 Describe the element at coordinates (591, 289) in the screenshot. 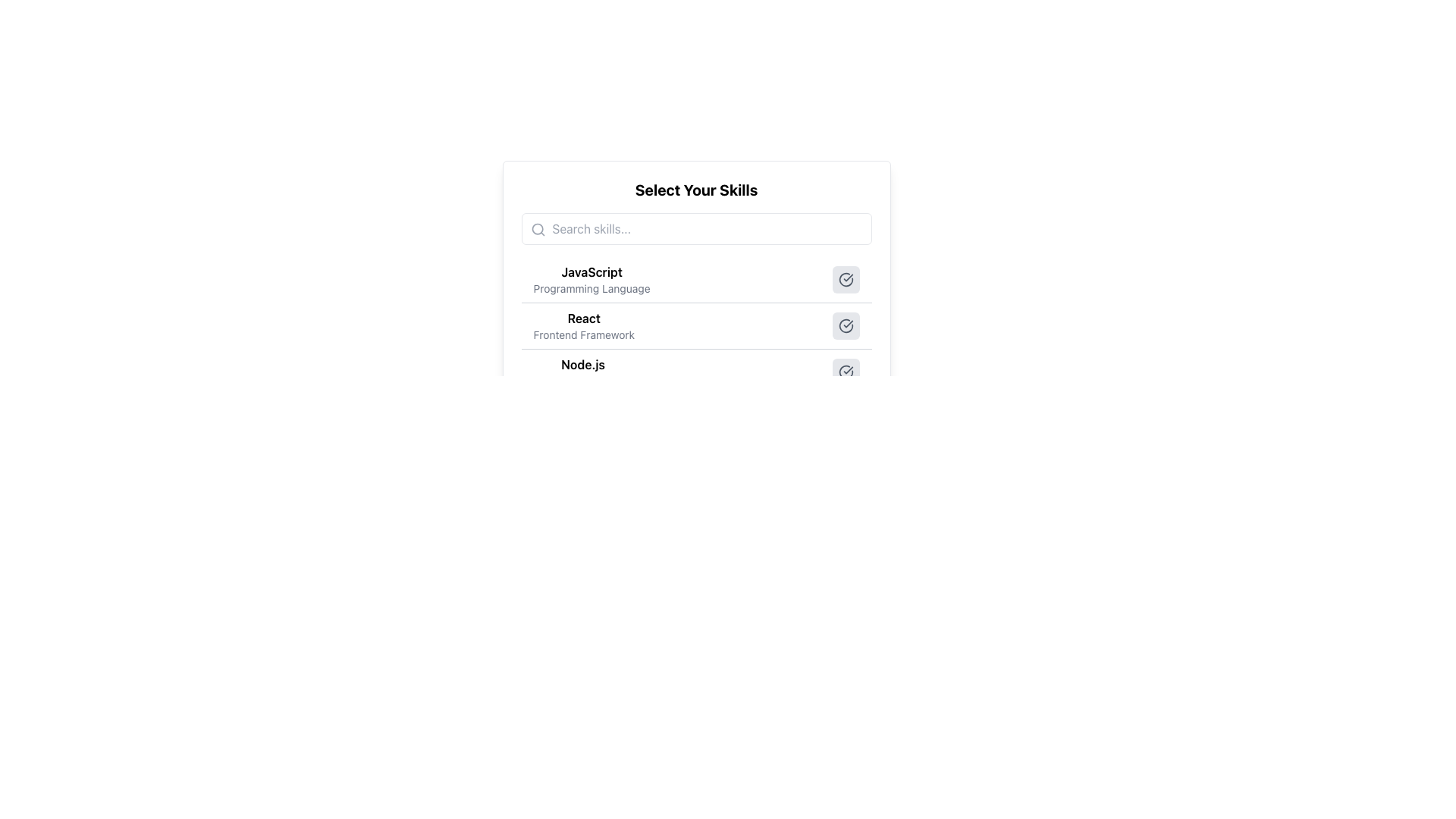

I see `the static label text displaying 'Programming Language' which is located beneath the bolded title 'JavaScript' in the 'Select Your Skills' section` at that location.